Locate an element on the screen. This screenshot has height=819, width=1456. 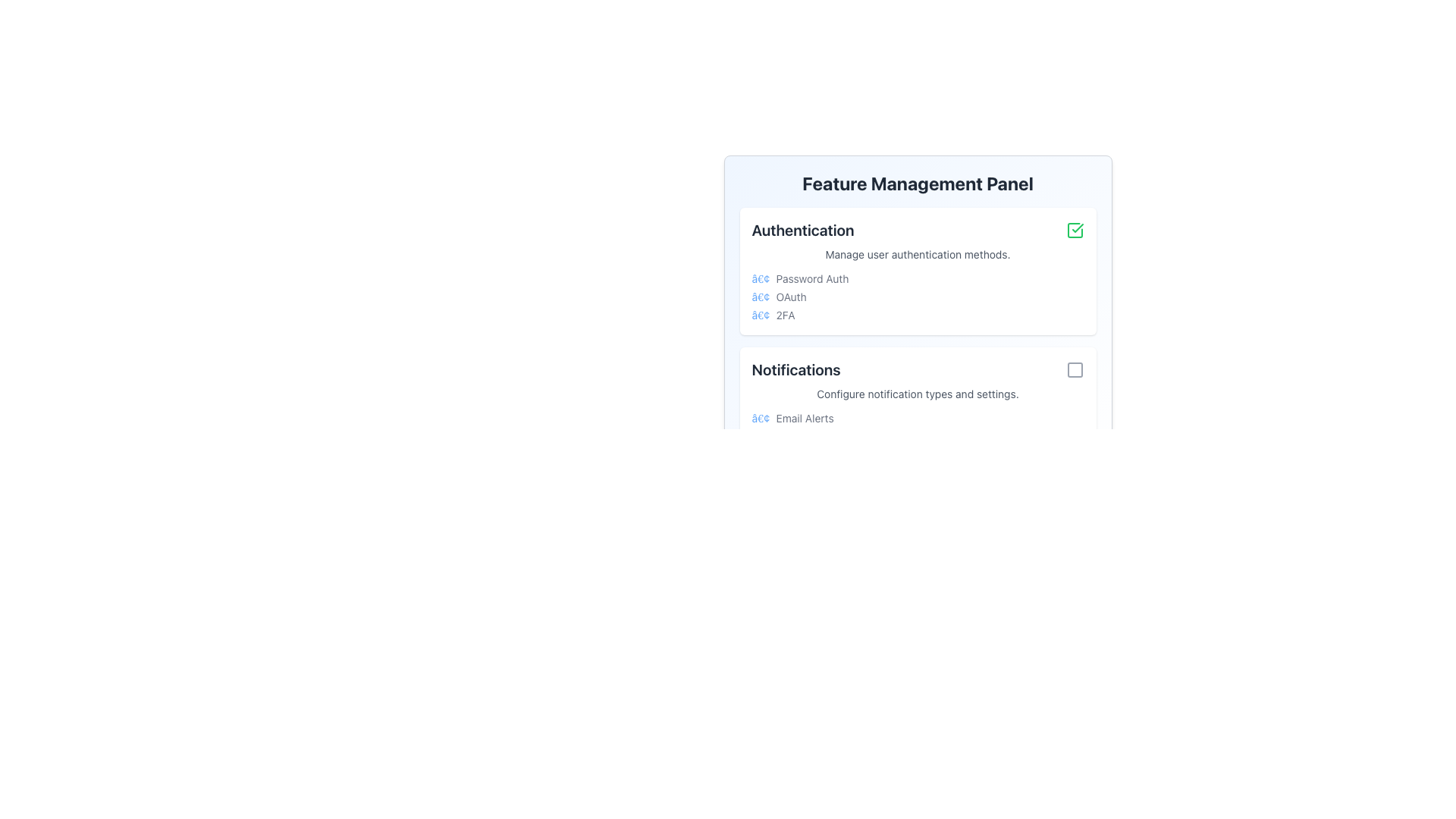
the 'Authentication' text label, which is a prominent bold label located in the top section of the 'Feature Management Panel' is located at coordinates (802, 231).